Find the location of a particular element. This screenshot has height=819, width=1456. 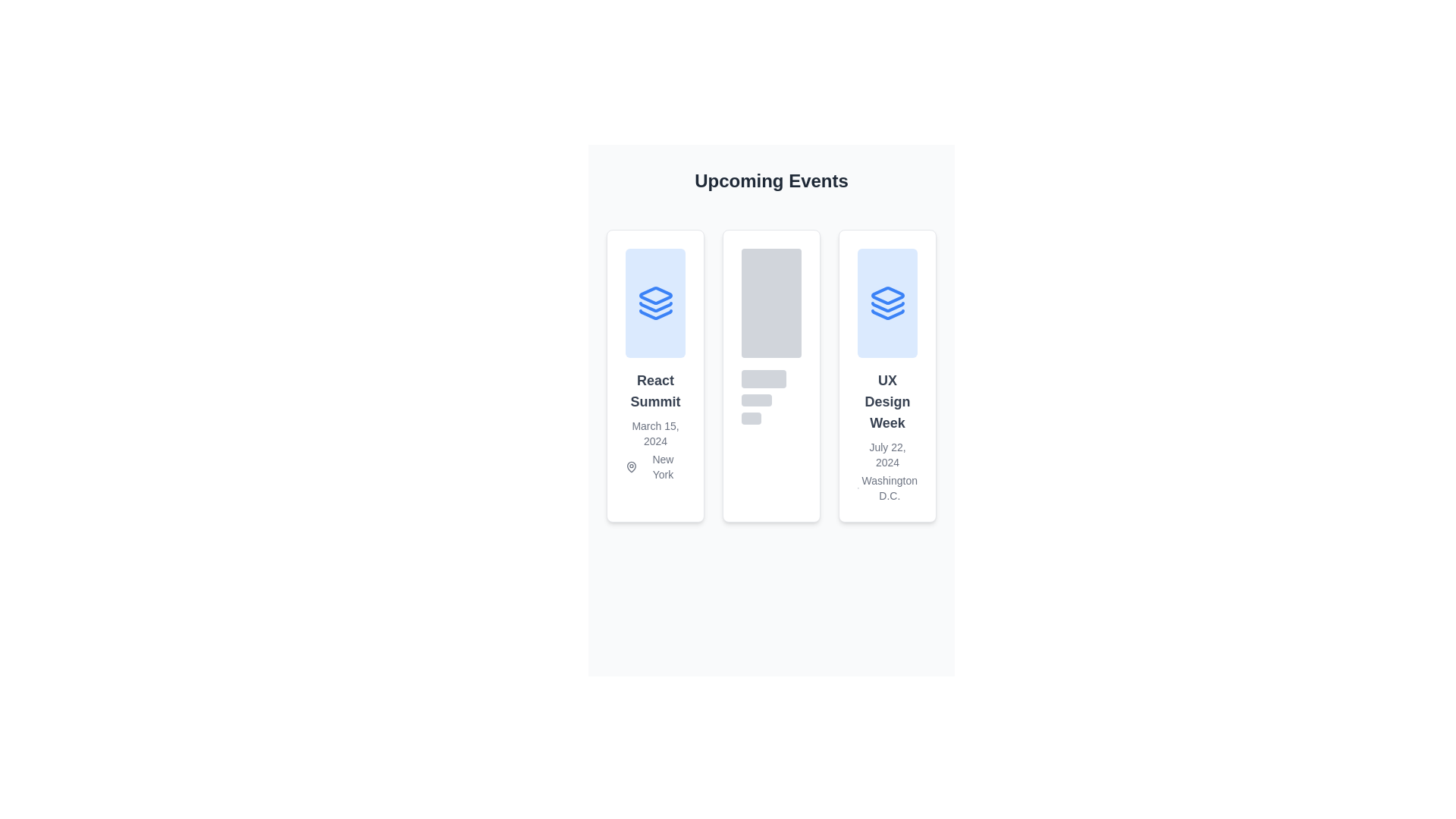

the diamond-shaped component with a blue outline located in the upper section of the card titled 'React Summit', which is part of the icon resembling a stack of layers in the first card under 'Upcoming Events' is located at coordinates (655, 295).